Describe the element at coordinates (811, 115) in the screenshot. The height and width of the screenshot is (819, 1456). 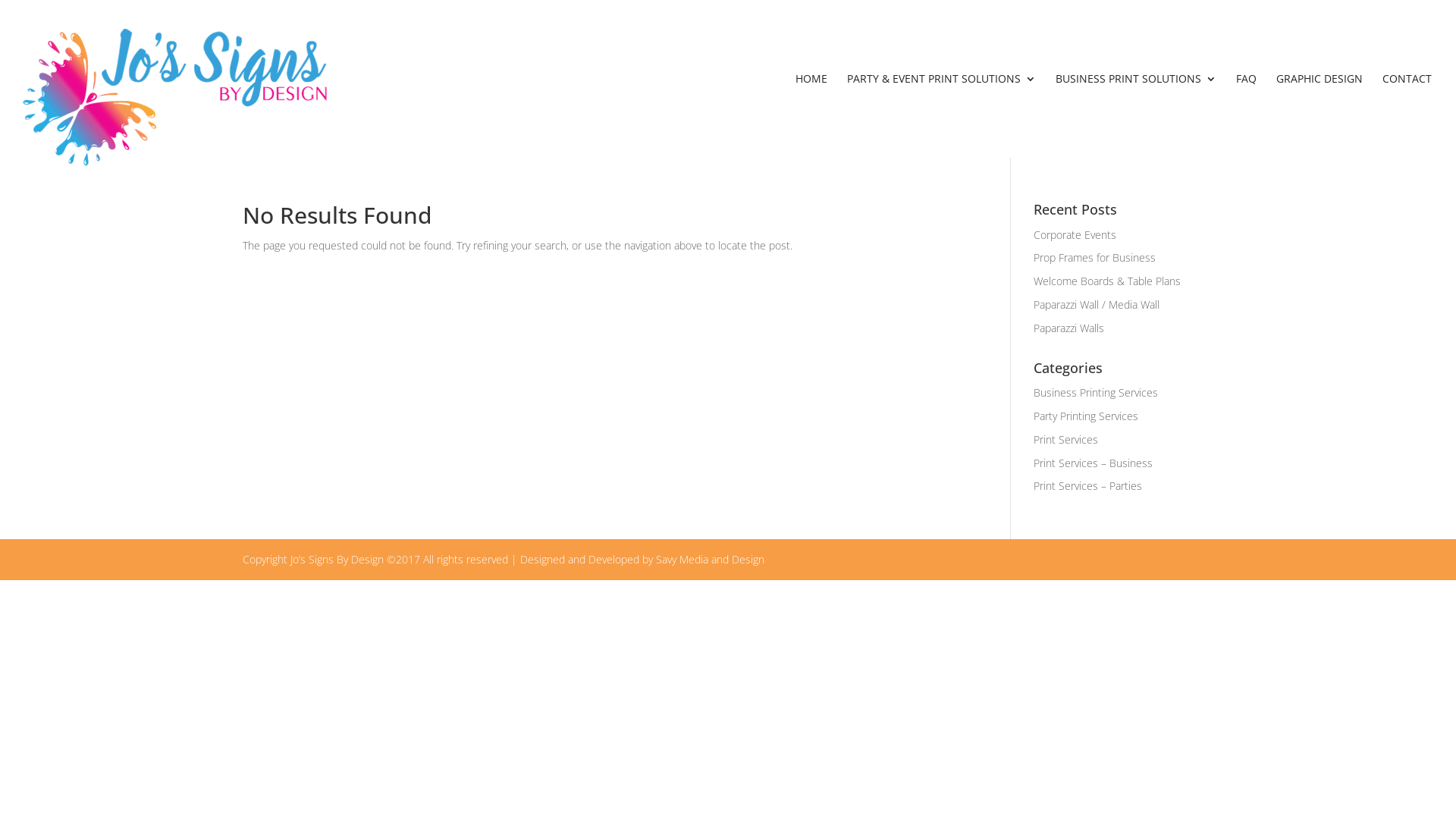
I see `'HOME'` at that location.